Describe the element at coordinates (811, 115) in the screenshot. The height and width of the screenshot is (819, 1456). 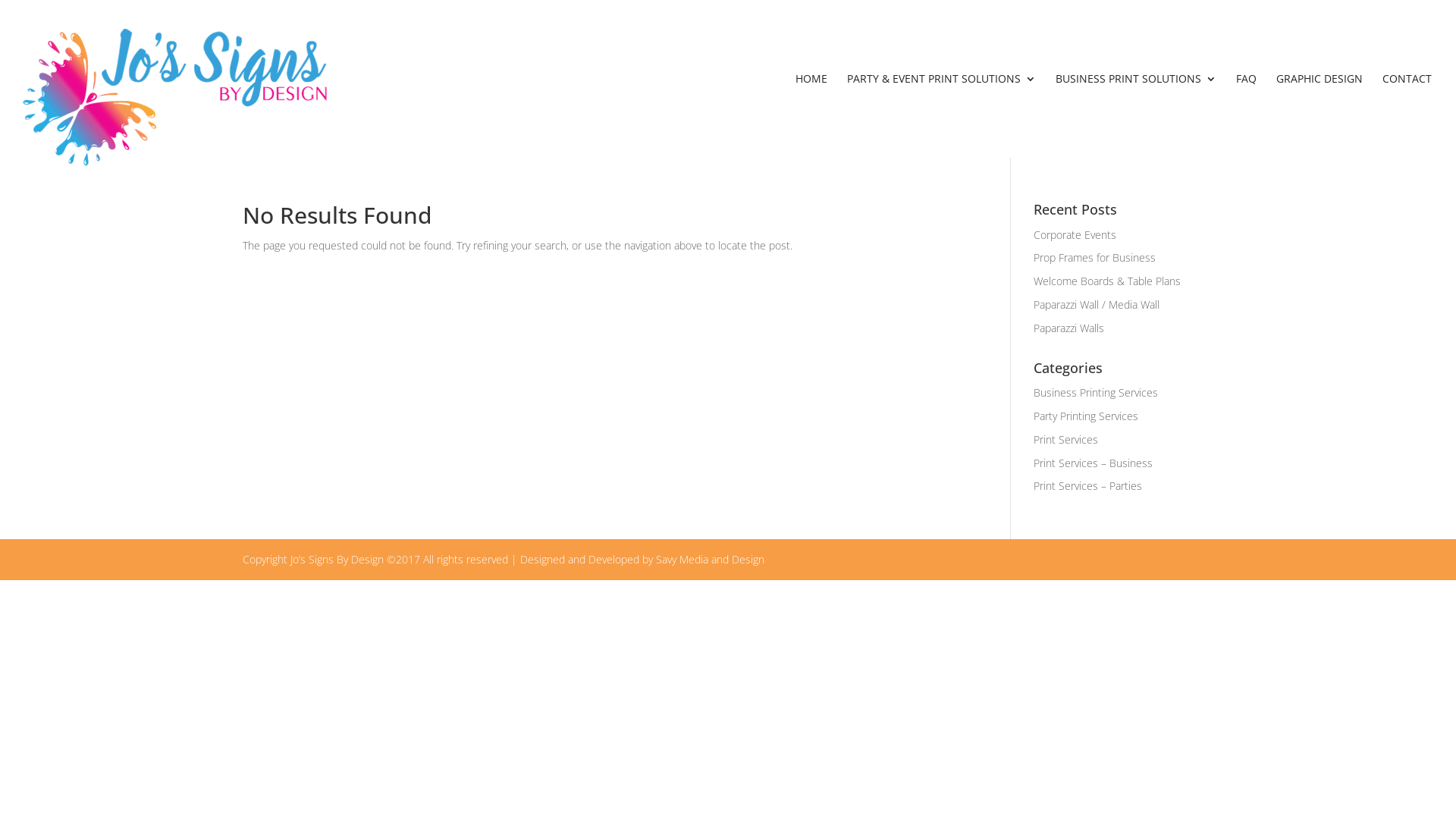
I see `'HOME'` at that location.